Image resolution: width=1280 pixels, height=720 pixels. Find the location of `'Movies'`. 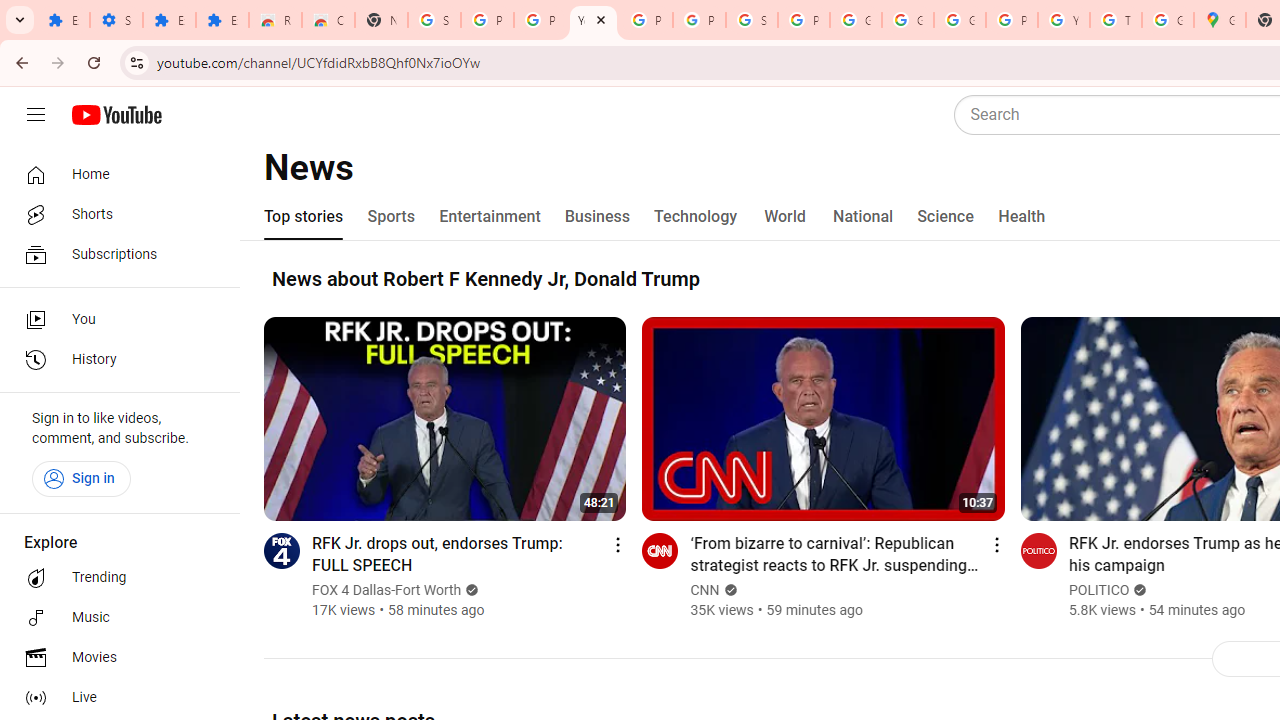

'Movies' is located at coordinates (112, 658).